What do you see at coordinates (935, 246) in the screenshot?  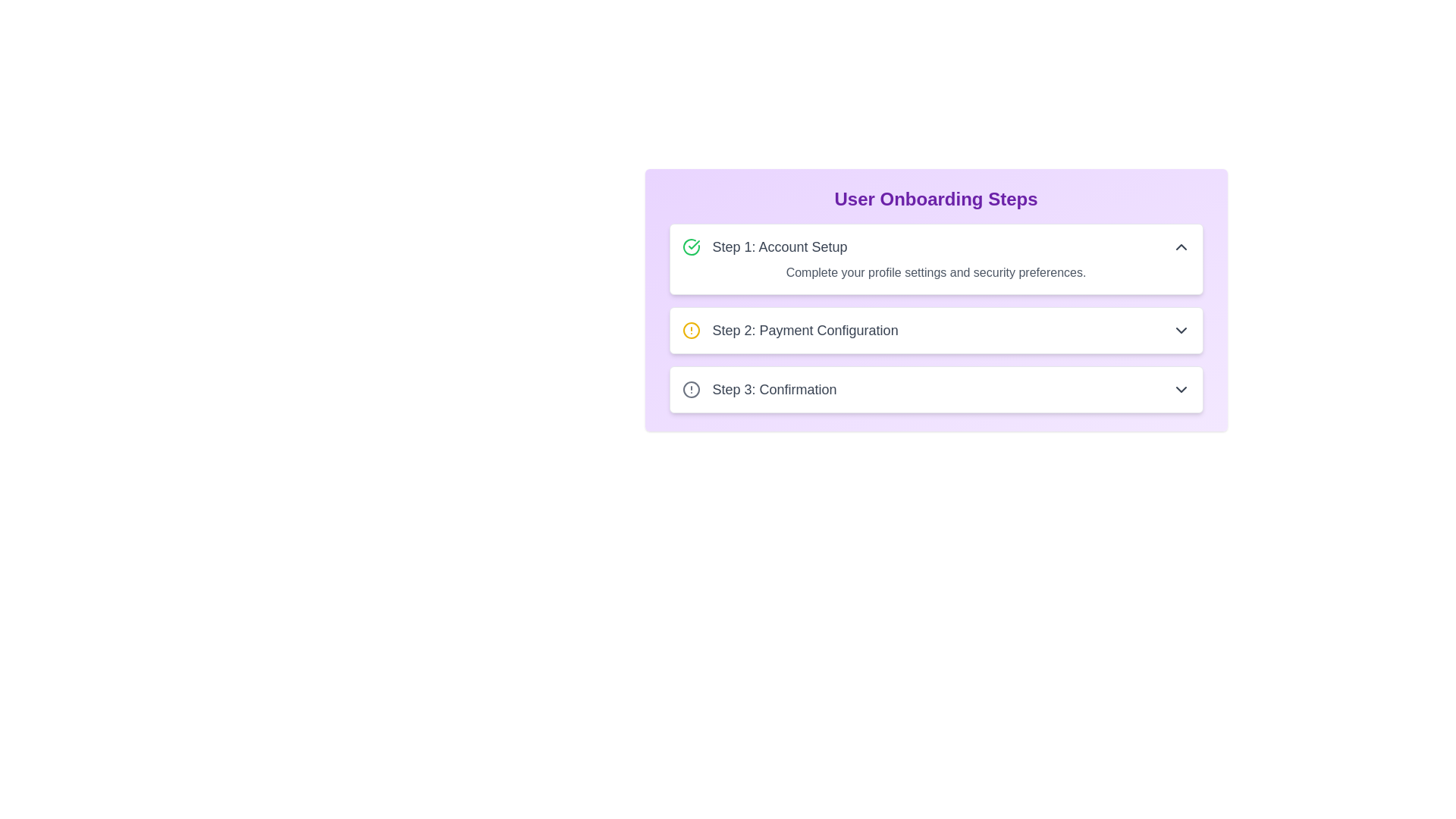 I see `the collapsible section header that initiates the user onboarding process by activating it` at bounding box center [935, 246].